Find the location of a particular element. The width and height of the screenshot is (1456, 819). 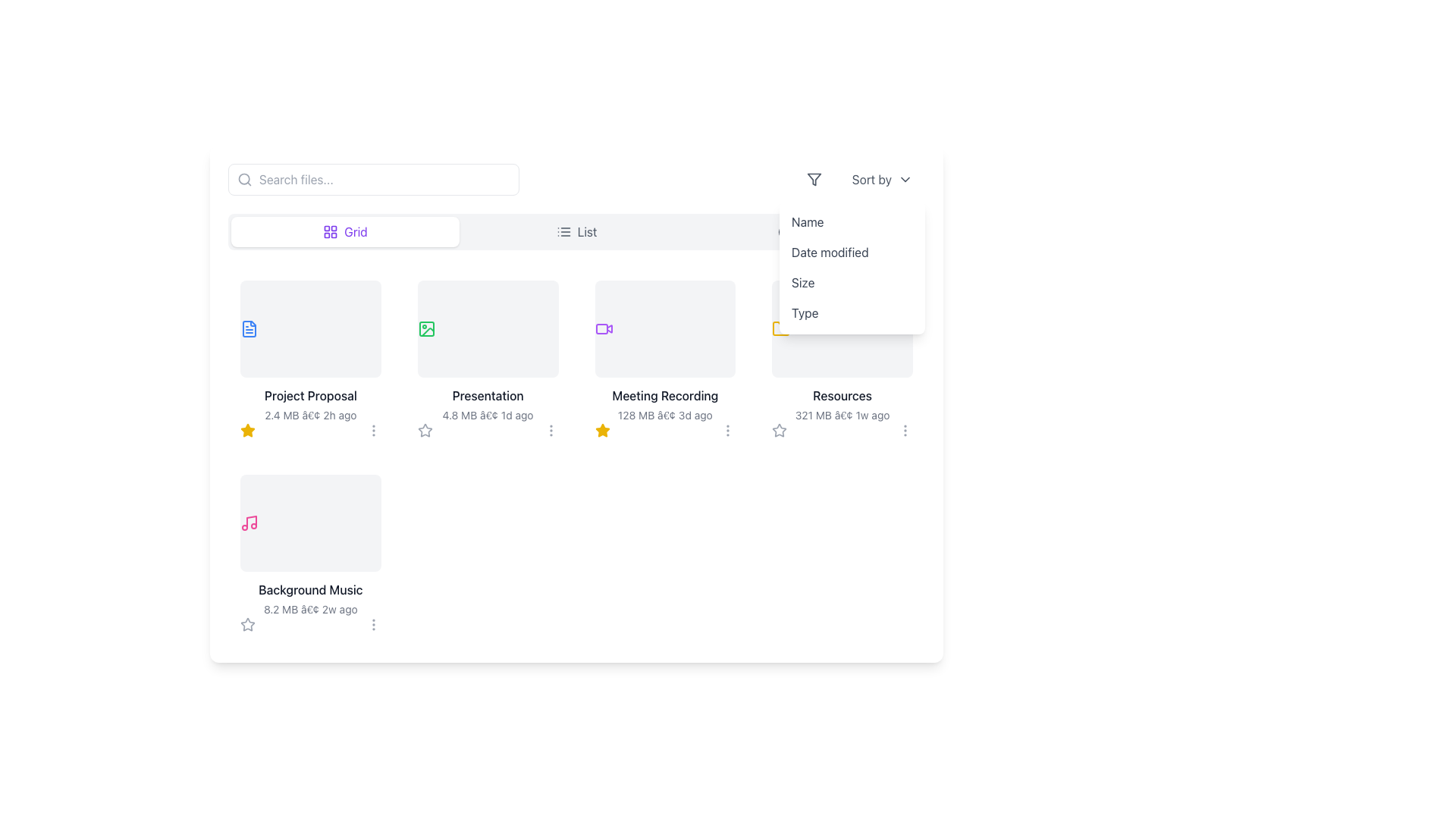

the 'Date modified' option in the sorting dropdown menu located in the upper-right section of the interface is located at coordinates (852, 267).